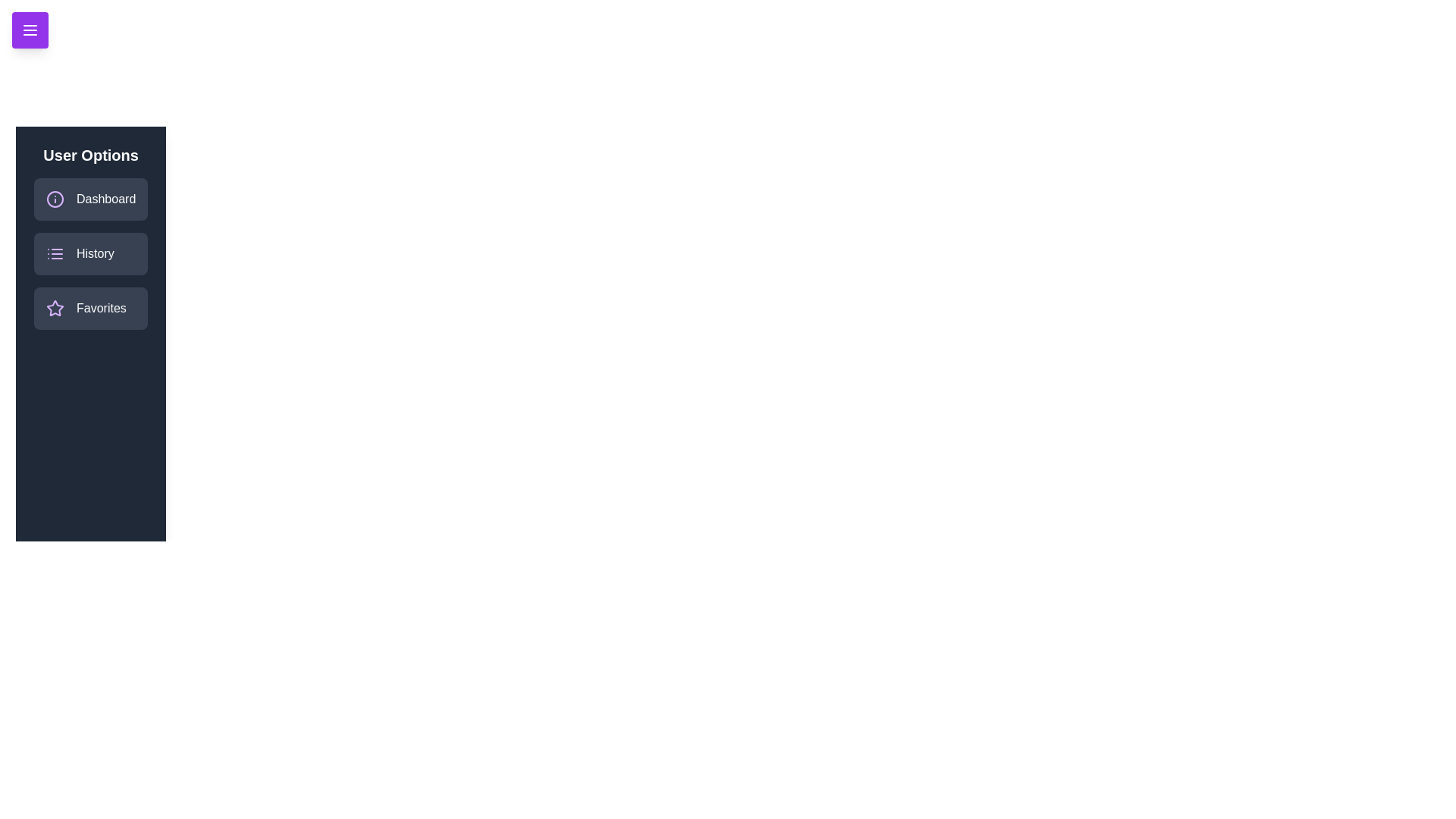 The height and width of the screenshot is (819, 1456). What do you see at coordinates (90, 308) in the screenshot?
I see `the 'Favorites' menu option` at bounding box center [90, 308].